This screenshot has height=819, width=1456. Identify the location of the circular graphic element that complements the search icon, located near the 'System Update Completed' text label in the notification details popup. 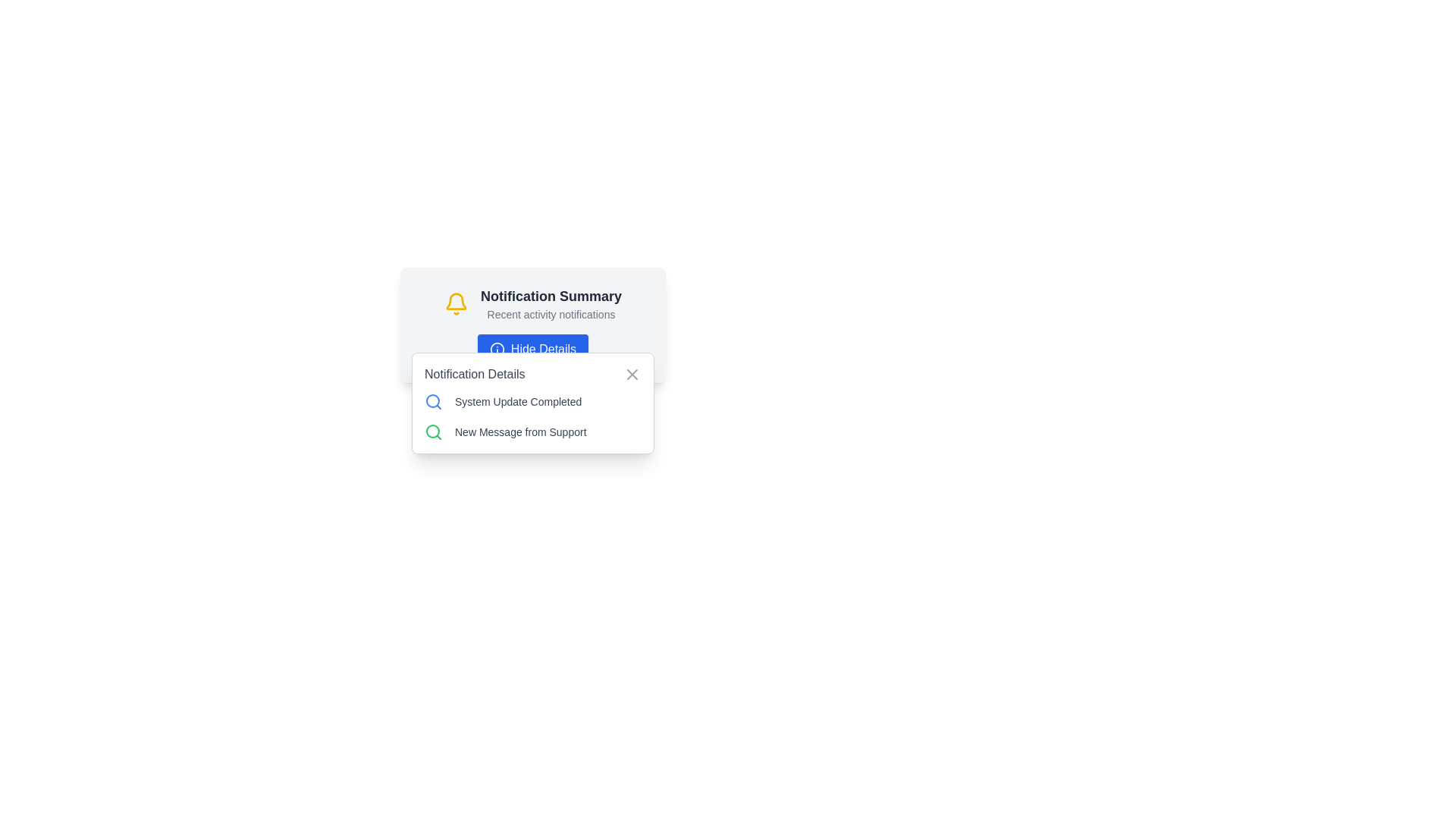
(432, 431).